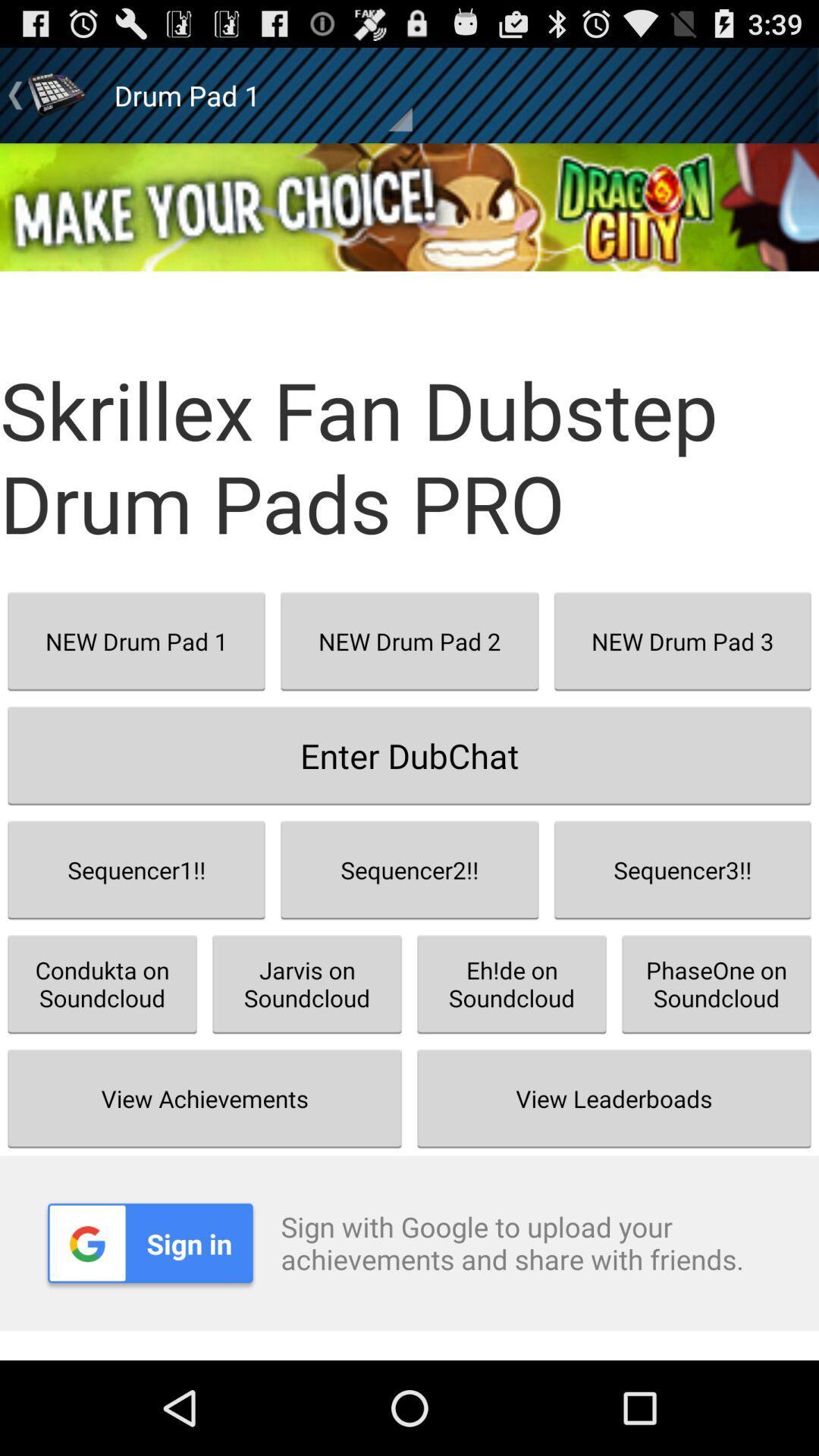  I want to click on jarvis on soundcloud, so click(307, 984).